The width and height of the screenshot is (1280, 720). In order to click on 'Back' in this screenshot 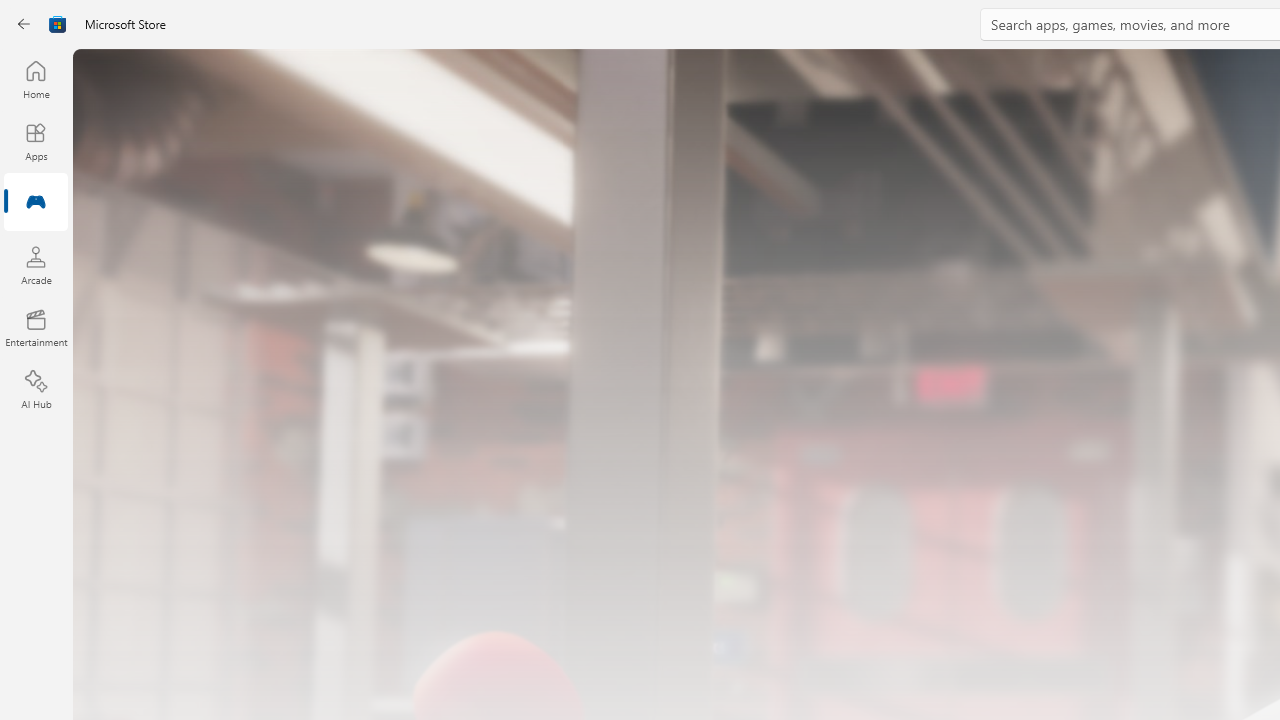, I will do `click(24, 24)`.